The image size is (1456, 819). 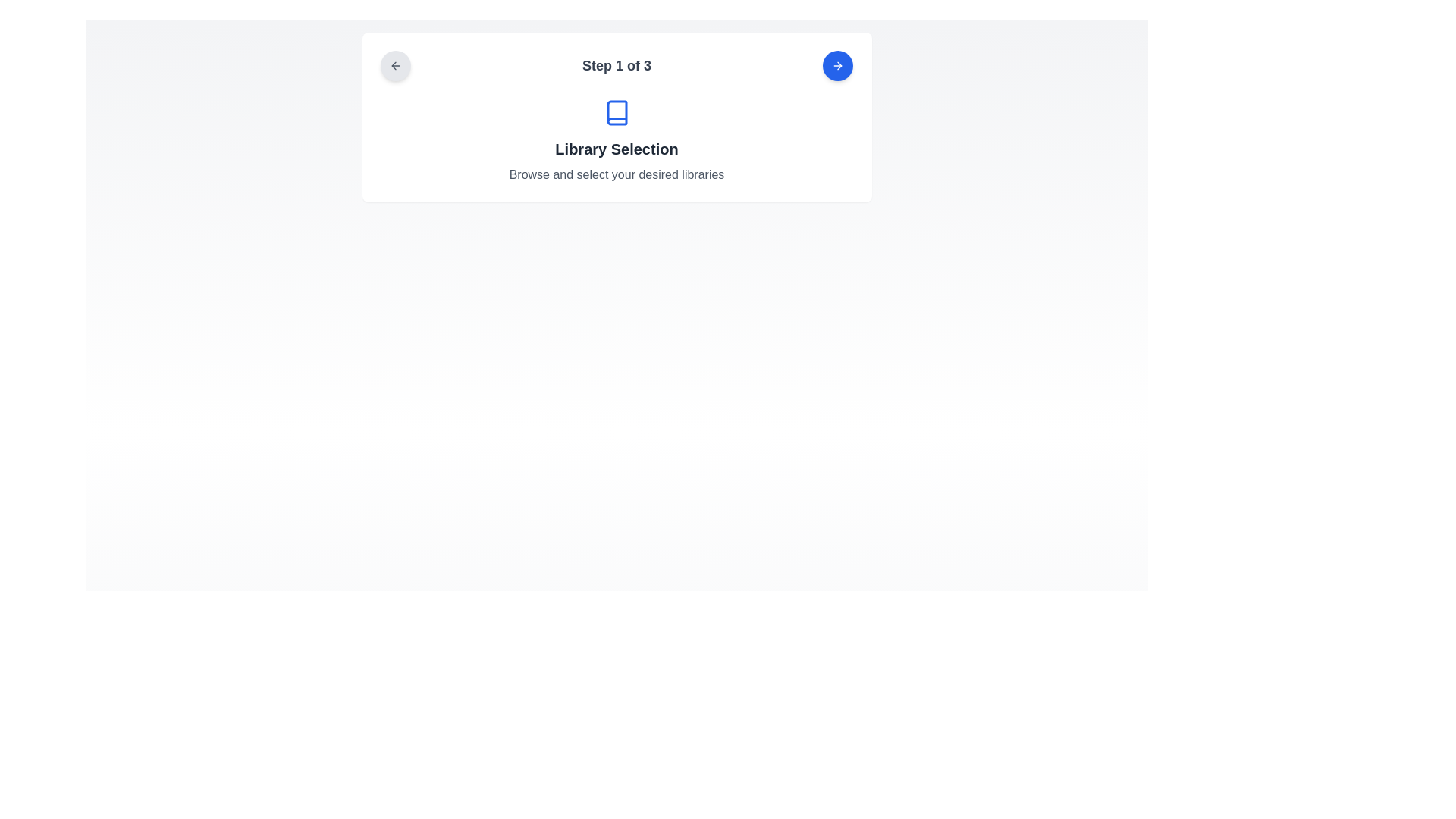 What do you see at coordinates (617, 65) in the screenshot?
I see `text label displaying 'Step 1 of 3' which indicates the current step in the navigation interface` at bounding box center [617, 65].